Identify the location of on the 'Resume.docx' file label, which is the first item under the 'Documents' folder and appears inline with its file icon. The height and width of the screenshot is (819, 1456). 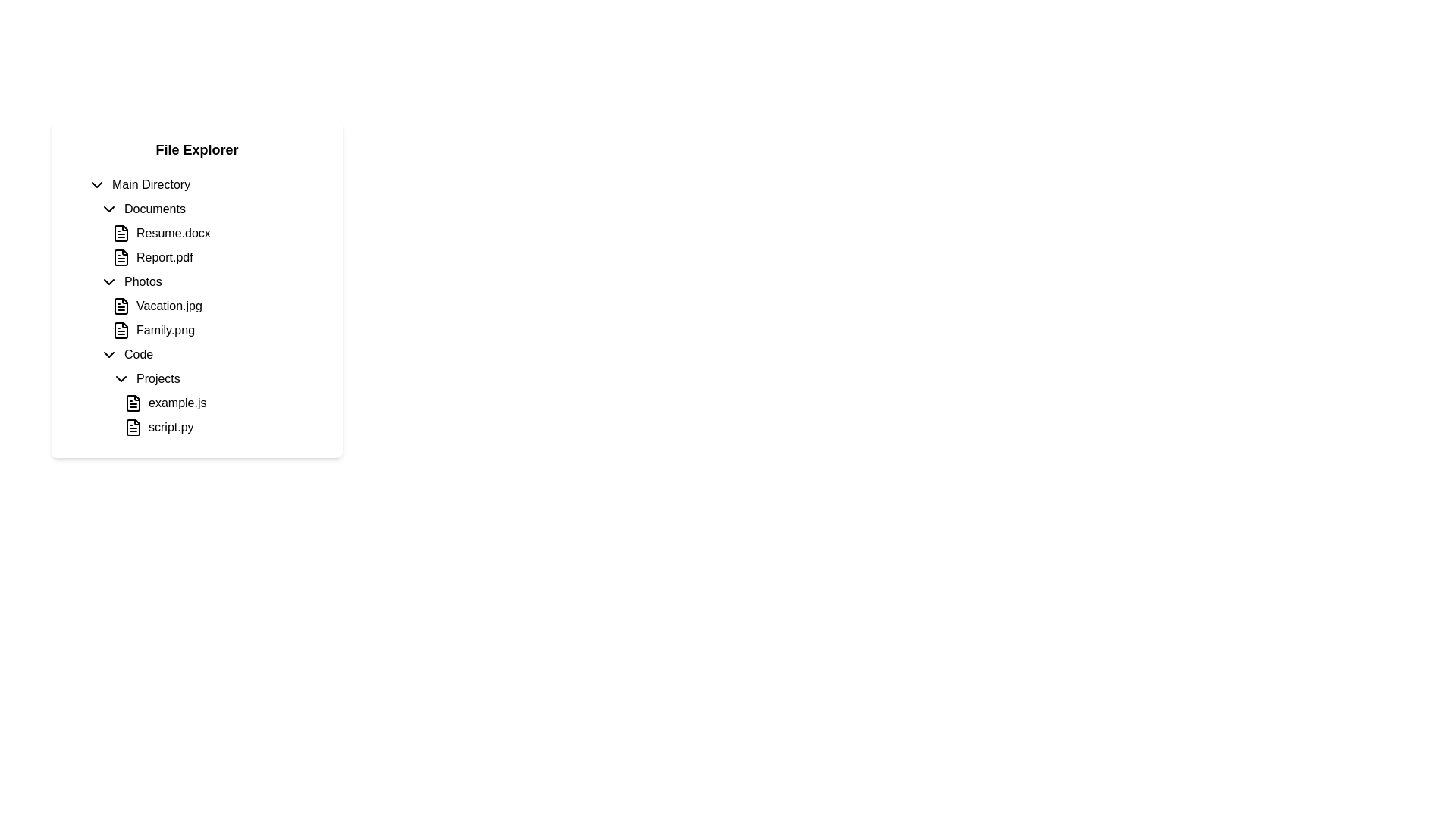
(208, 234).